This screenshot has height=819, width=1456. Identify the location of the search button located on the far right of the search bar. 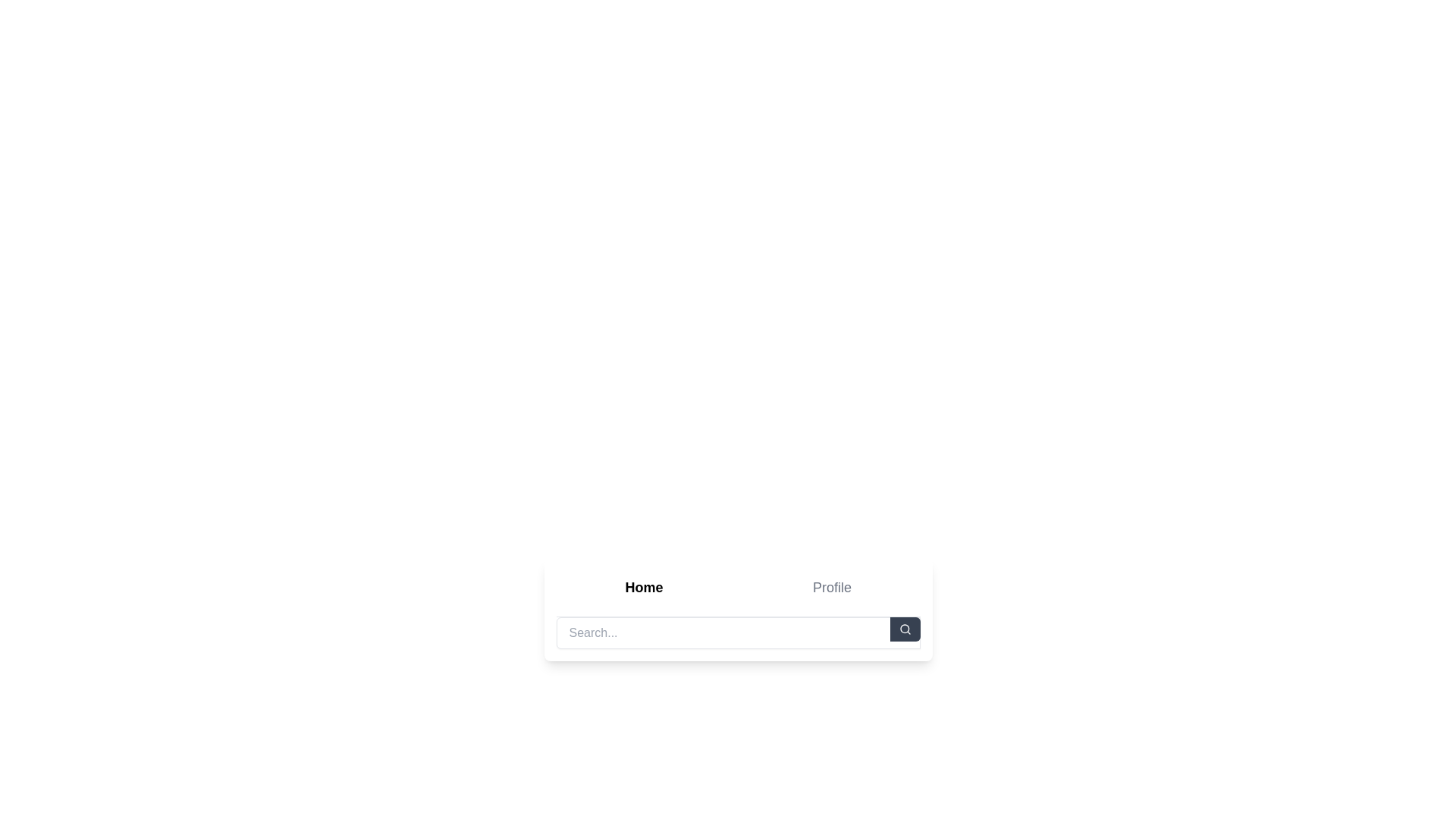
(905, 629).